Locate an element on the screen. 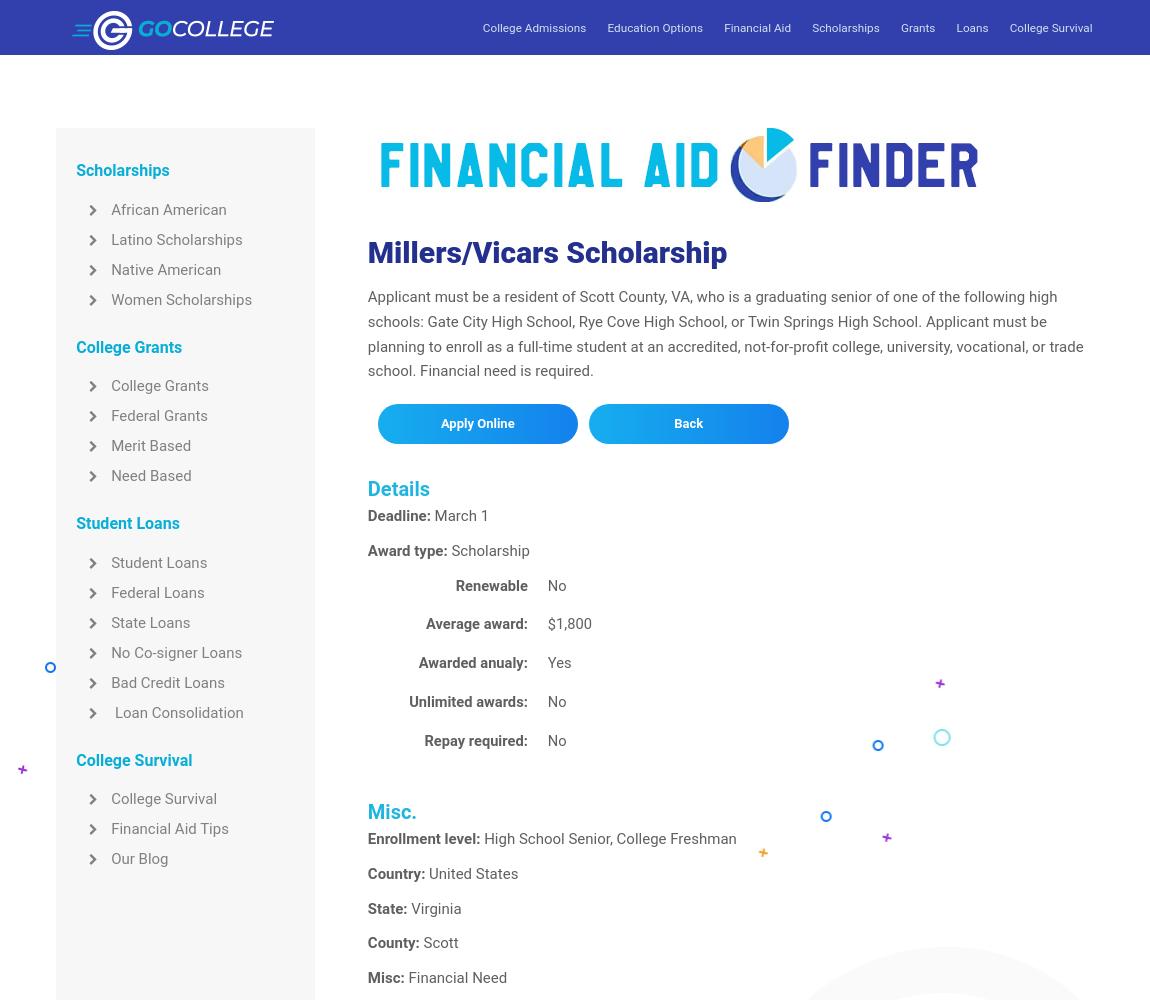  'Repay required:' is located at coordinates (424, 740).